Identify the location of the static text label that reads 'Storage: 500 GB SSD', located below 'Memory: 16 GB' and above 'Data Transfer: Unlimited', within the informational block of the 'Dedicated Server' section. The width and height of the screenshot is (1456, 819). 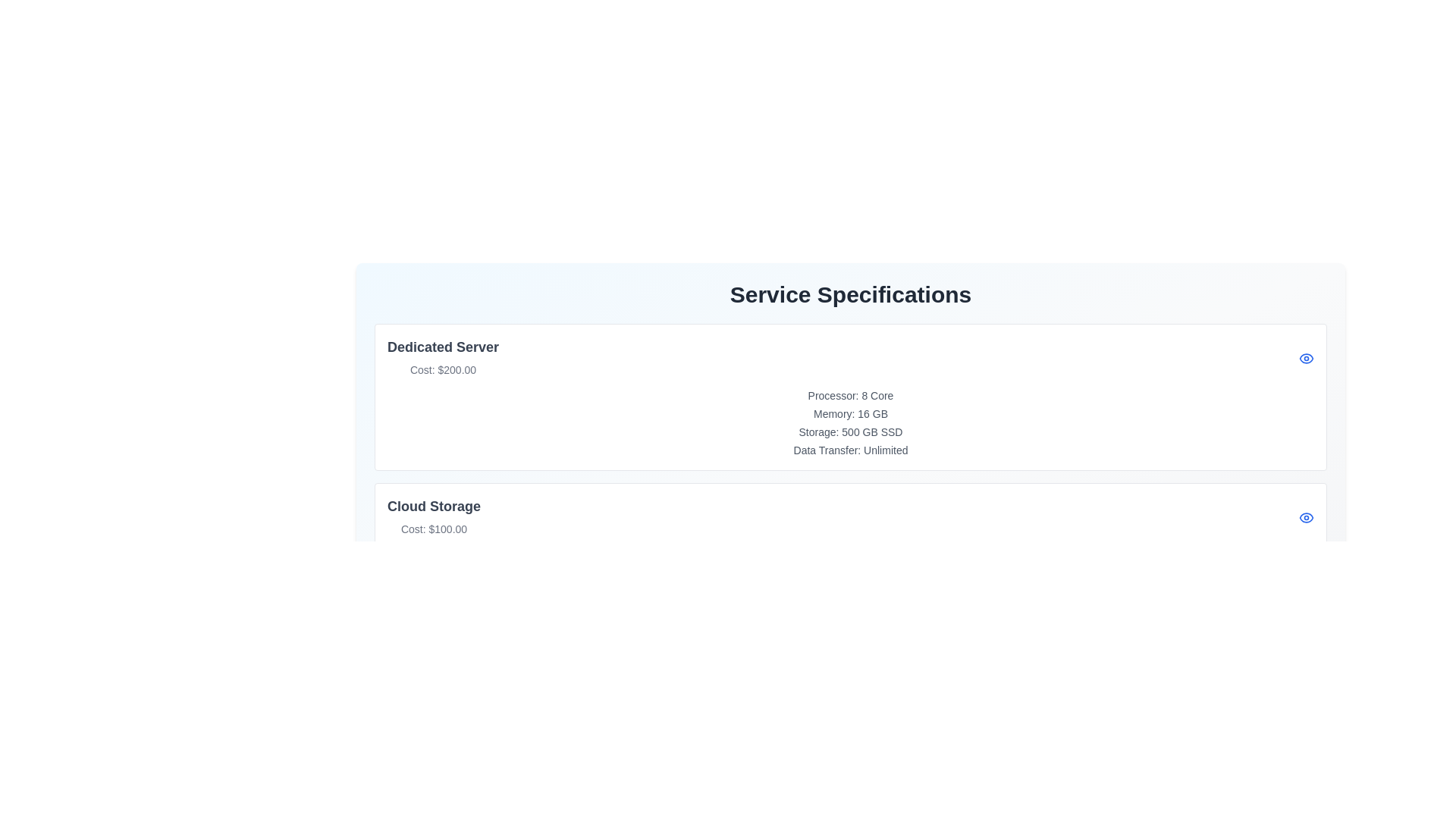
(851, 432).